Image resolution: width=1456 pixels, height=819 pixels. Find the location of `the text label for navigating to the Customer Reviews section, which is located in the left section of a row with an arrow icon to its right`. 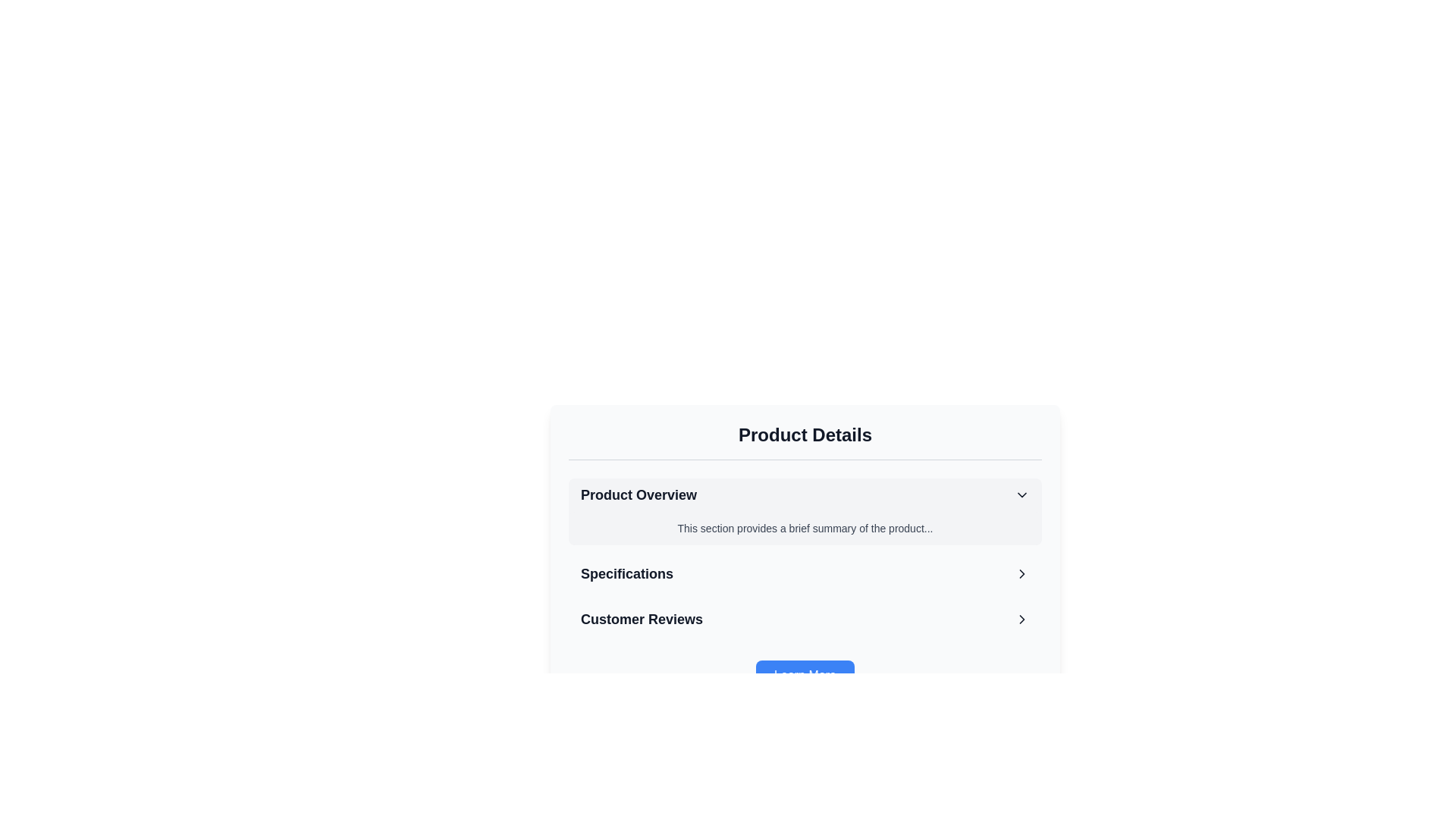

the text label for navigating to the Customer Reviews section, which is located in the left section of a row with an arrow icon to its right is located at coordinates (642, 620).